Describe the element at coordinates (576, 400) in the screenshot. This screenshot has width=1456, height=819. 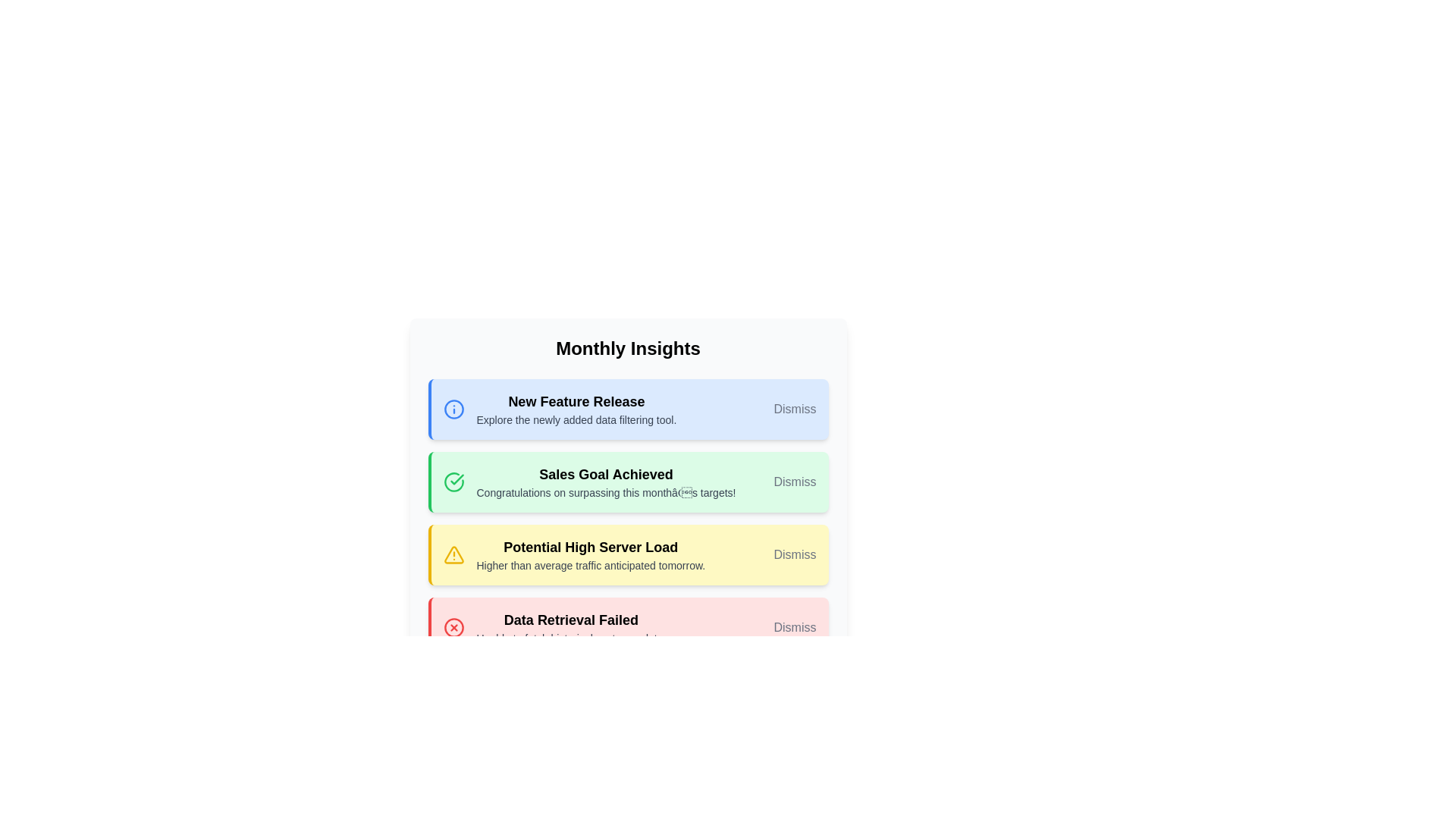
I see `the title or headline label of the notification regarding the release of a new feature, located centrally above the detailed description text in the blue background area labeled 'Monthly Insights'` at that location.